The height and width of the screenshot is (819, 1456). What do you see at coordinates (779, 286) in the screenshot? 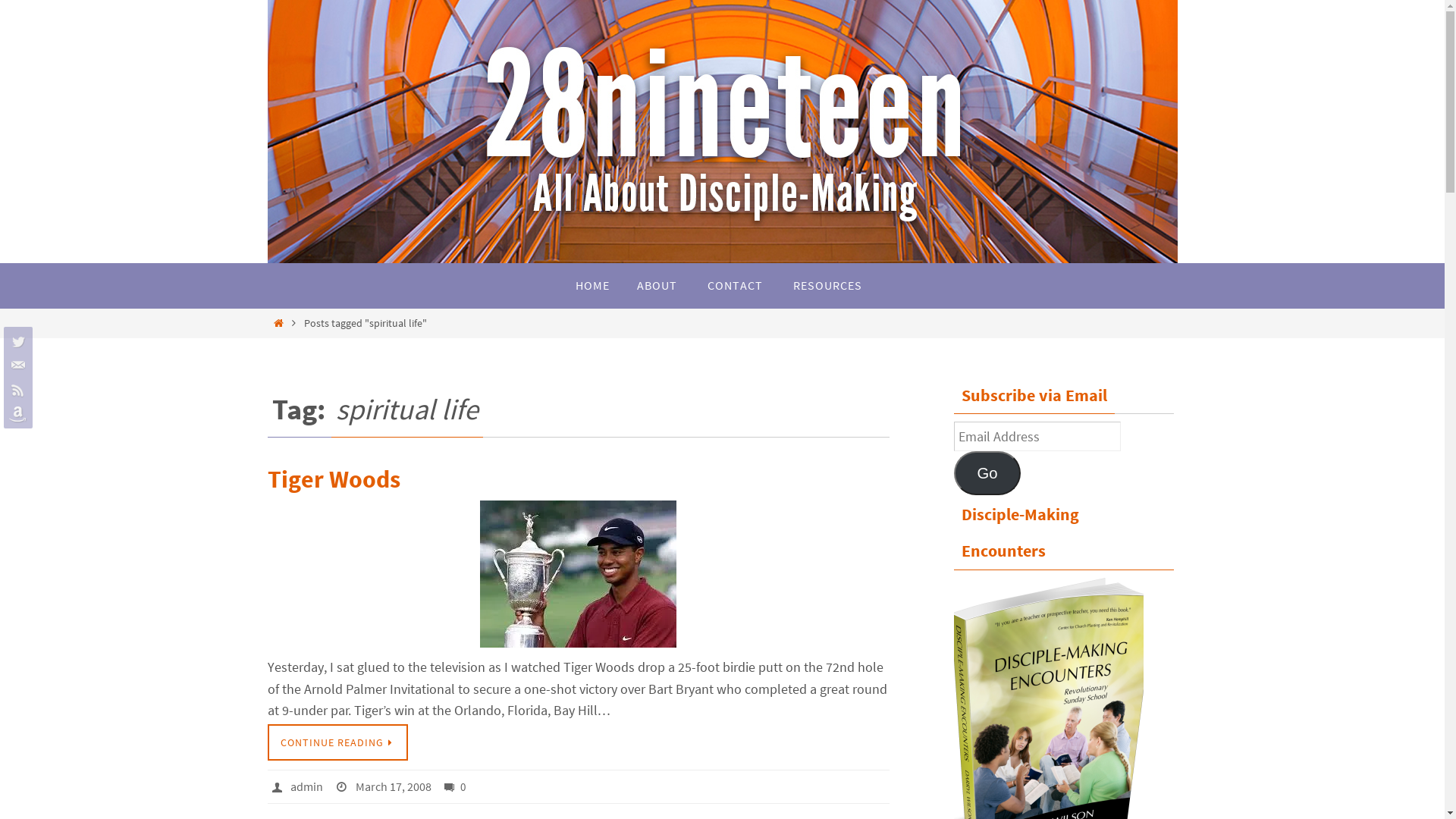
I see `'RESOURCES'` at bounding box center [779, 286].